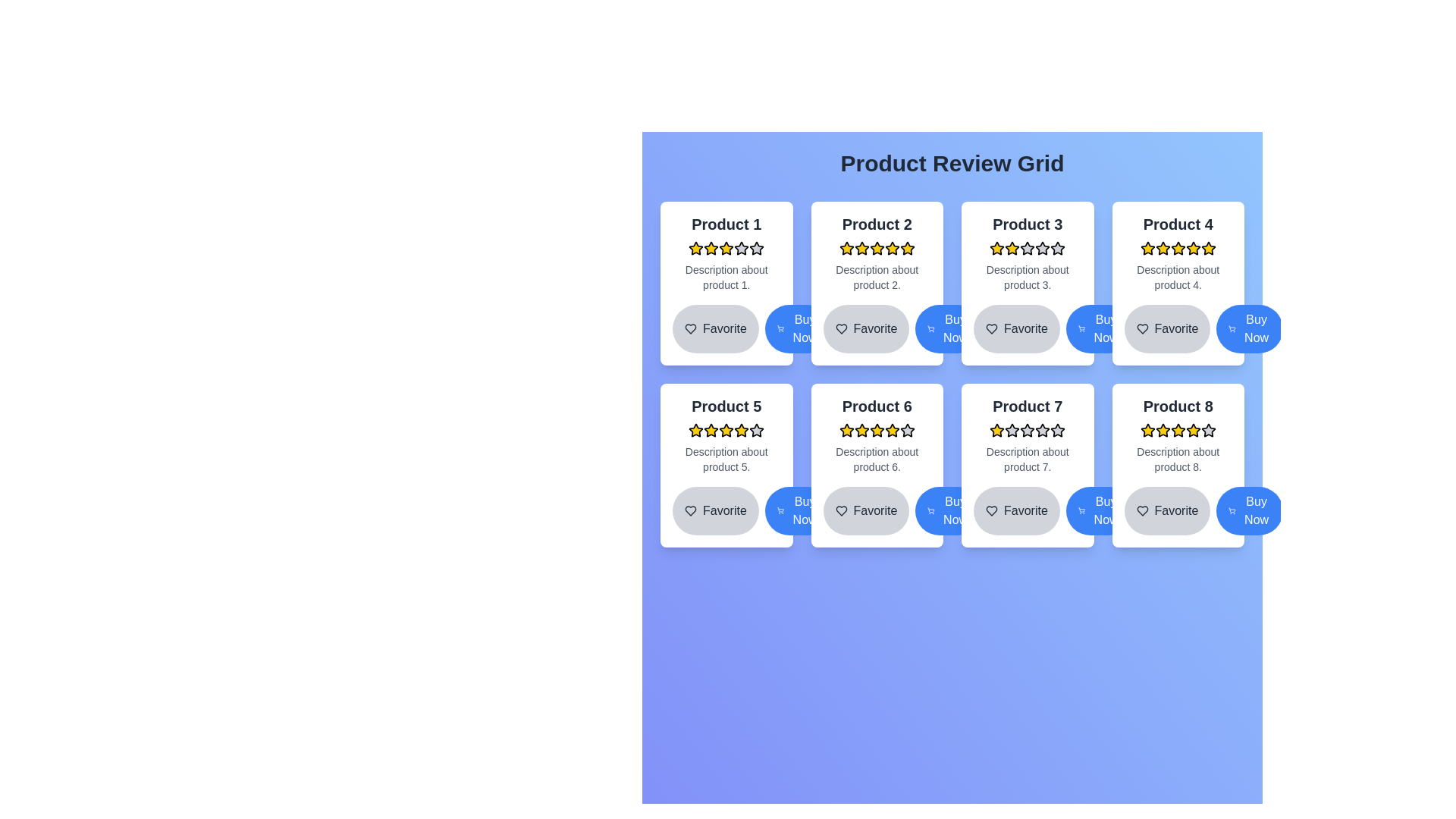 This screenshot has width=1456, height=819. What do you see at coordinates (1142, 328) in the screenshot?
I see `the heart-shaped icon within the 'Favorite' button located in the top-right corner of the 'Product 4' card` at bounding box center [1142, 328].